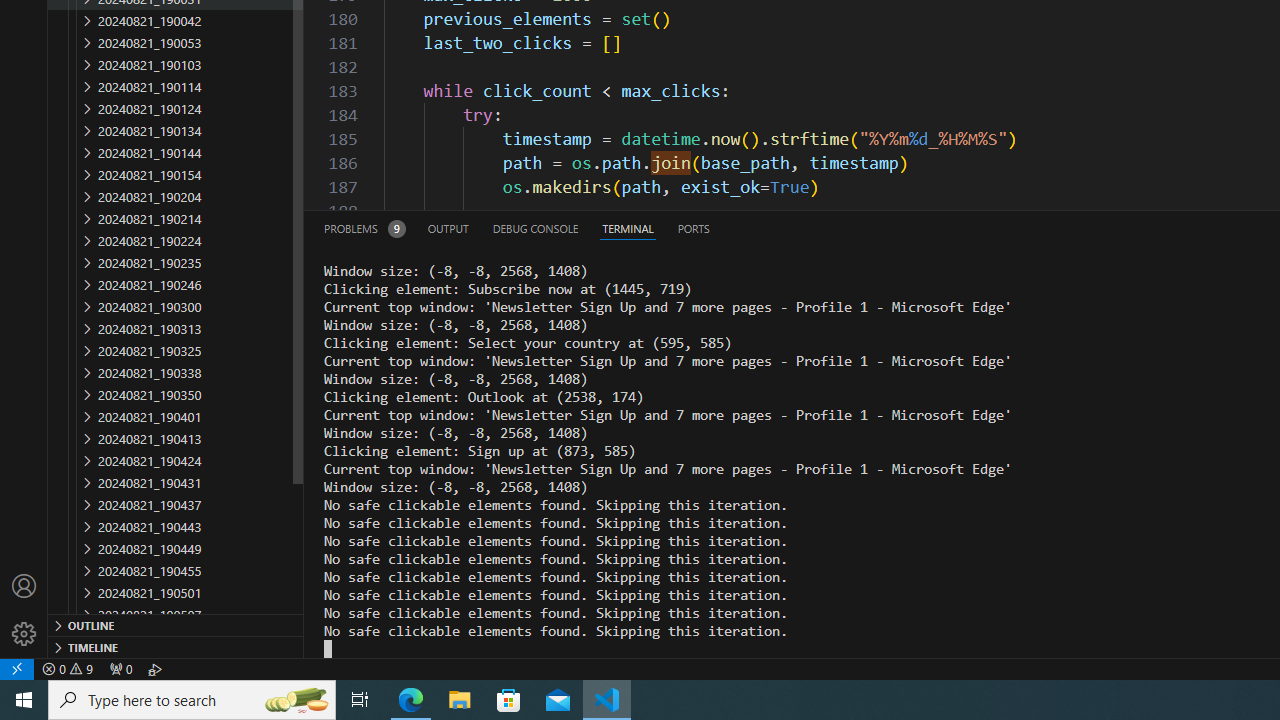 Image resolution: width=1280 pixels, height=720 pixels. What do you see at coordinates (535, 227) in the screenshot?
I see `'Debug Console (Ctrl+Shift+Y)'` at bounding box center [535, 227].